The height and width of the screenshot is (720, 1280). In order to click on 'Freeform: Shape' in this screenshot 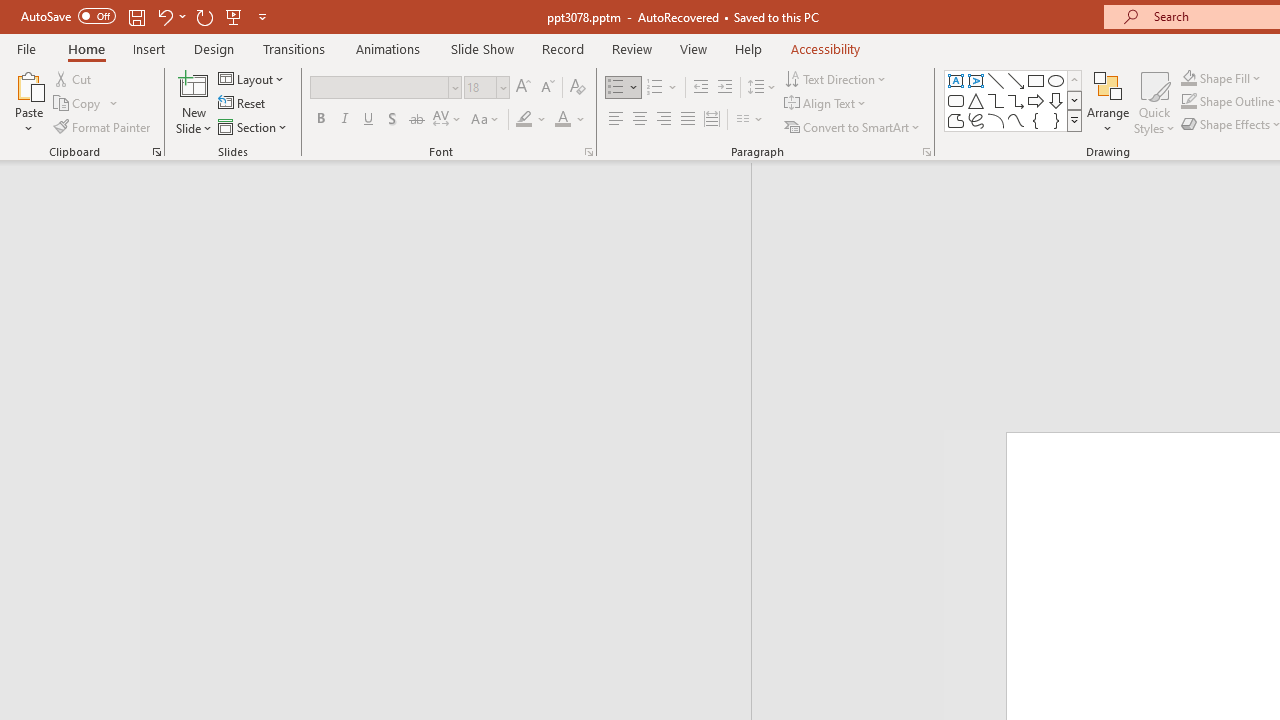, I will do `click(955, 120)`.